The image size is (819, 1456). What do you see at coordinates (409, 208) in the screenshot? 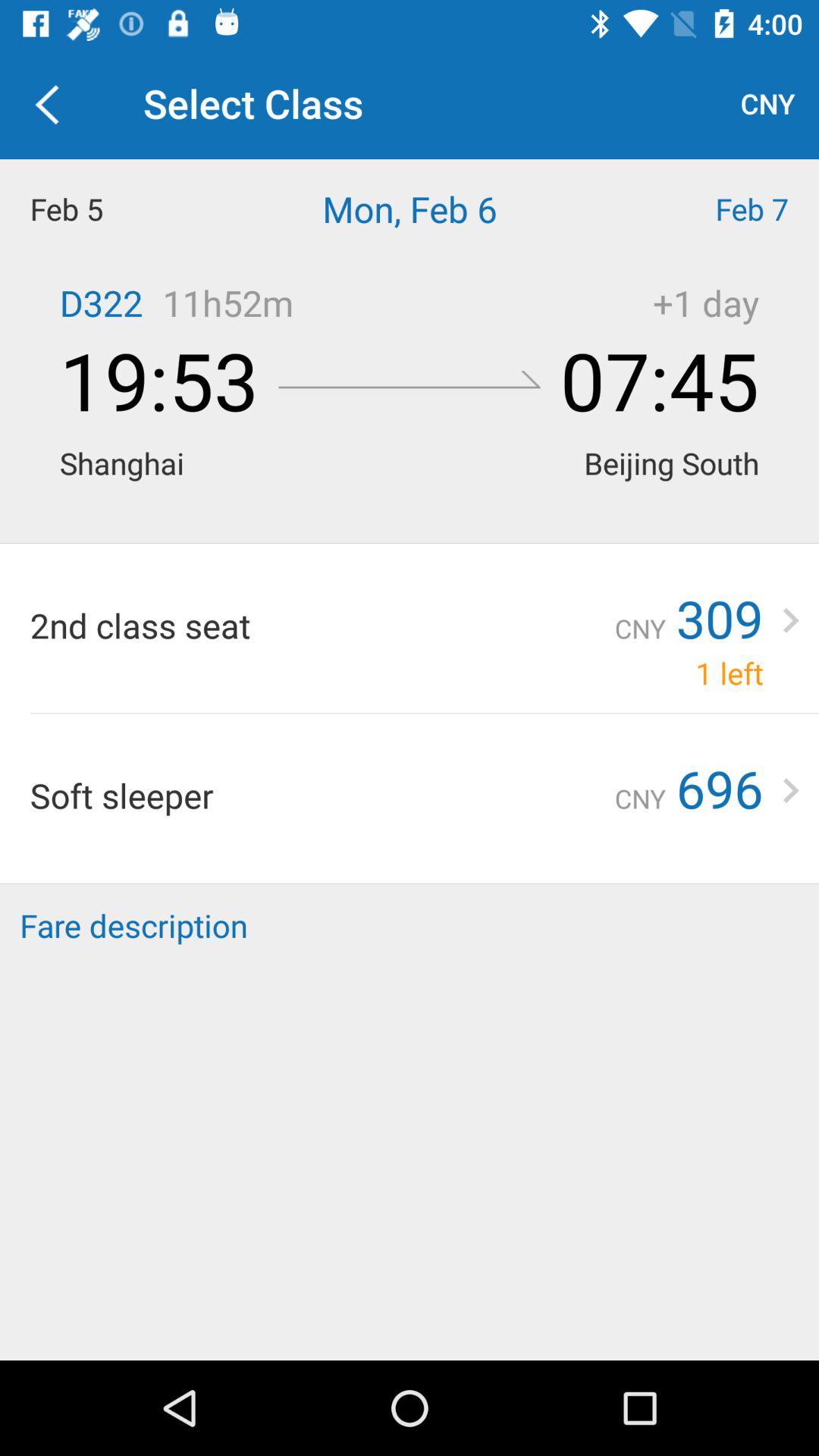
I see `the item next to the feb 7 item` at bounding box center [409, 208].